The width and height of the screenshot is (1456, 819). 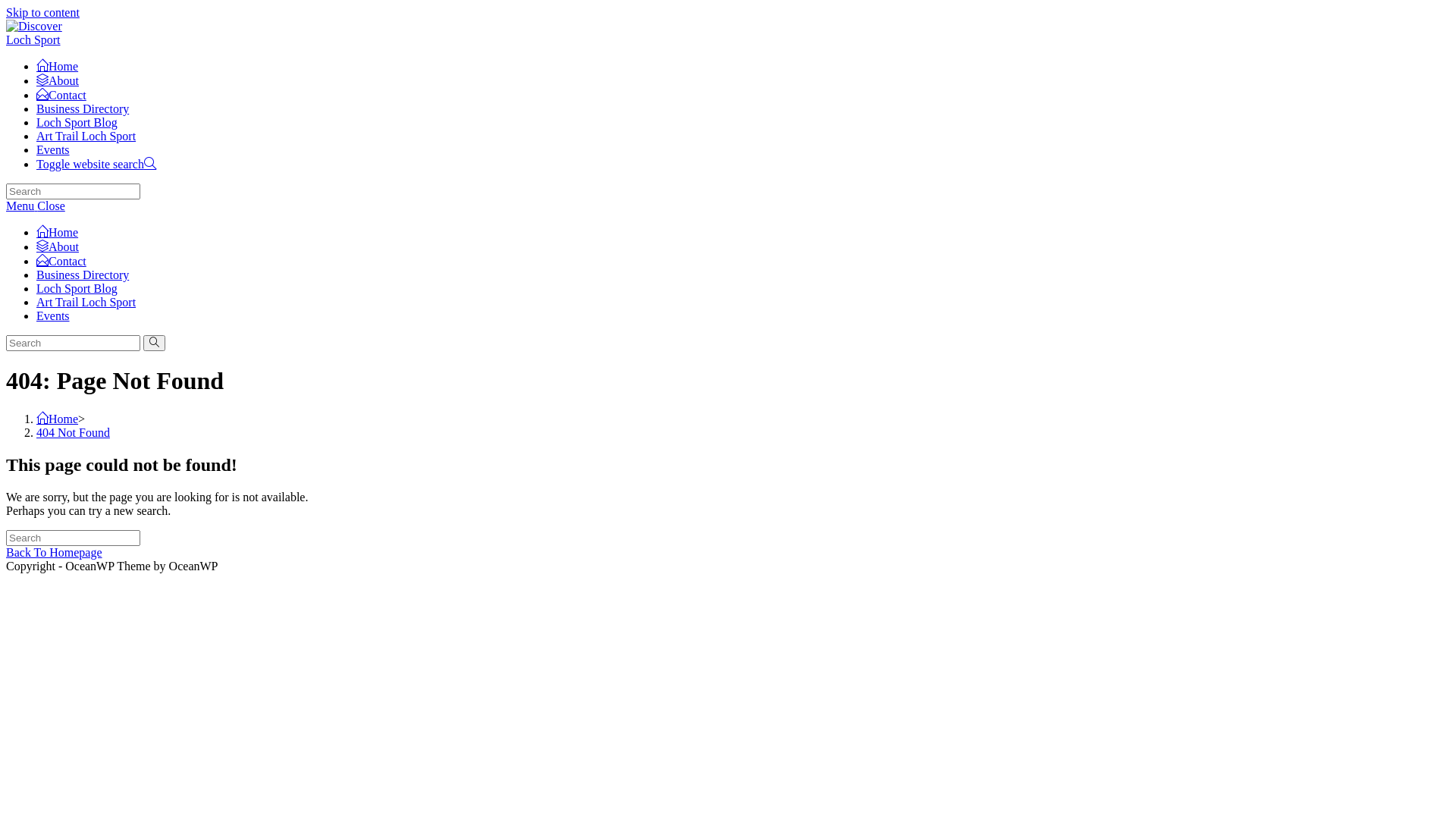 I want to click on 'About', so click(x=58, y=246).